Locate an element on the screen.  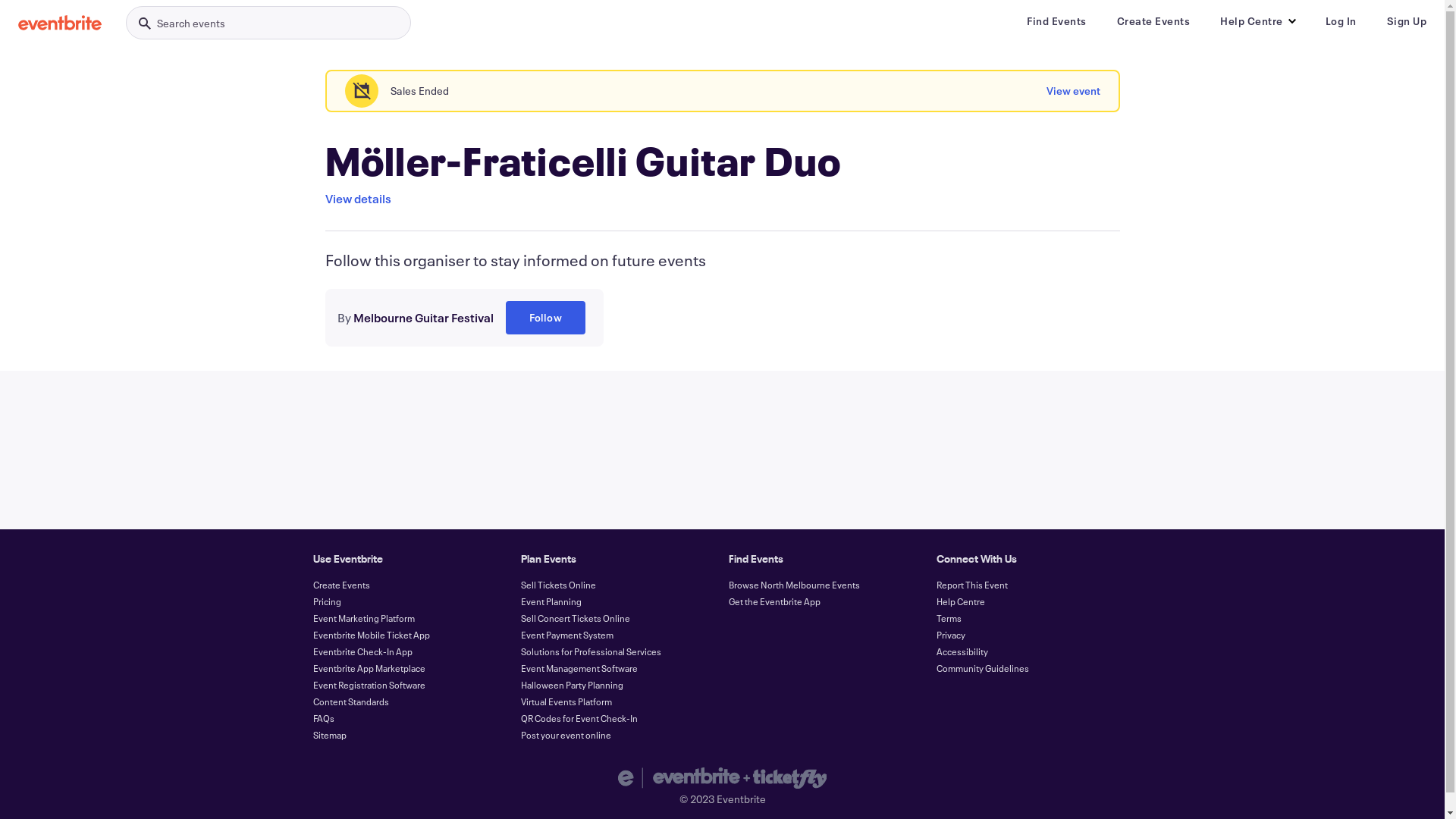
'Privacy' is located at coordinates (934, 635).